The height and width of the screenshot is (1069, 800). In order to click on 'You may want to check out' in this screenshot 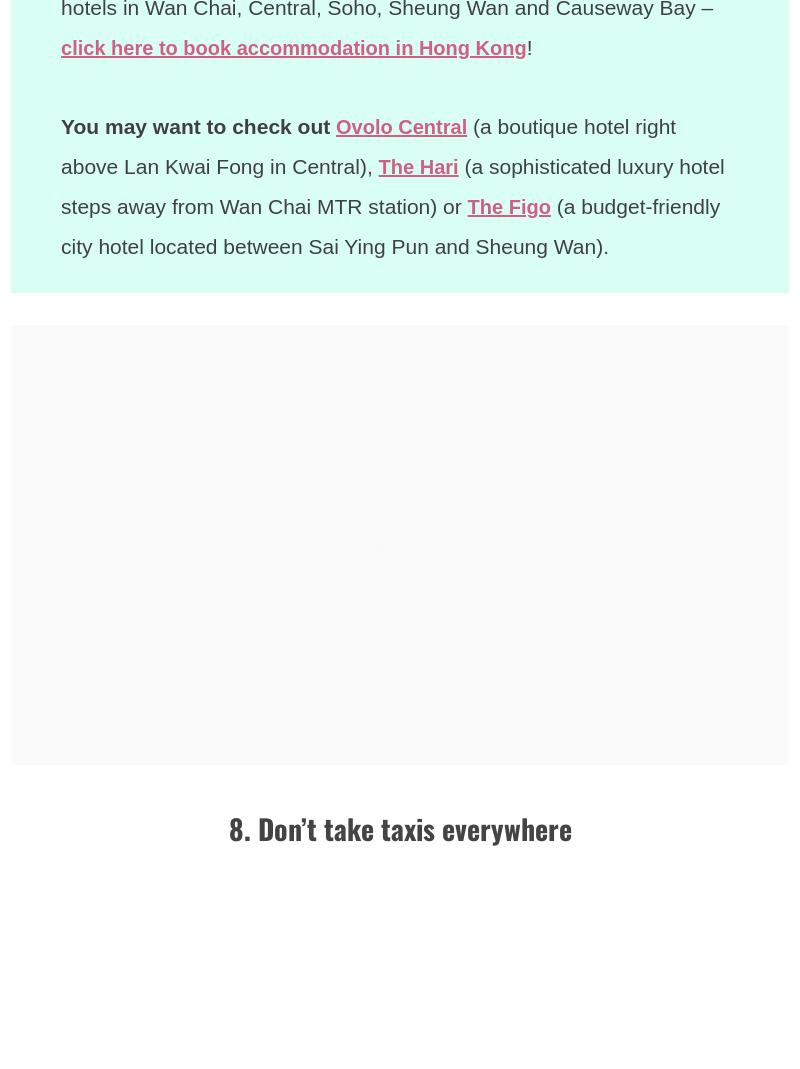, I will do `click(194, 126)`.